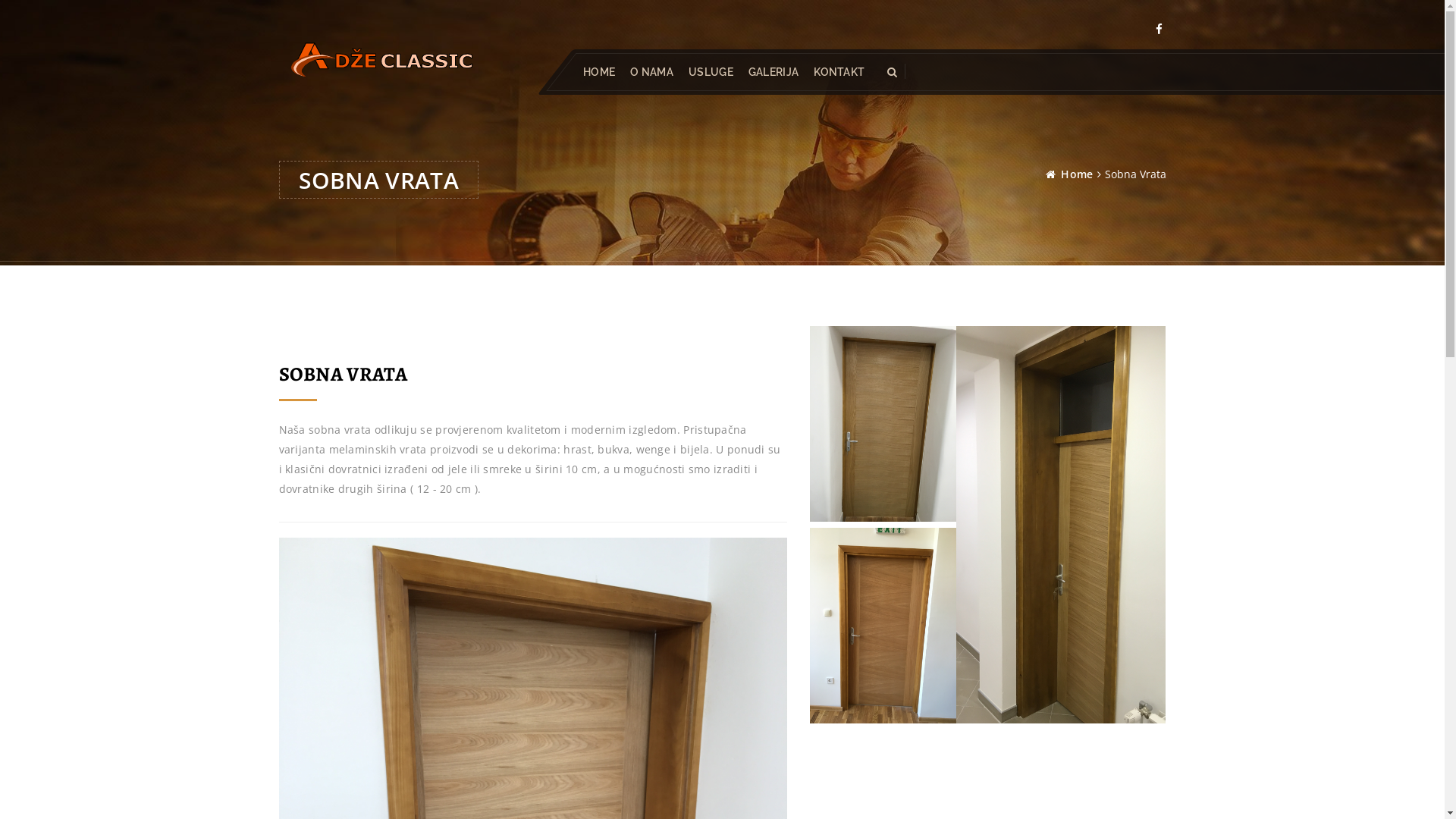  Describe the element at coordinates (597, 72) in the screenshot. I see `'HOME'` at that location.